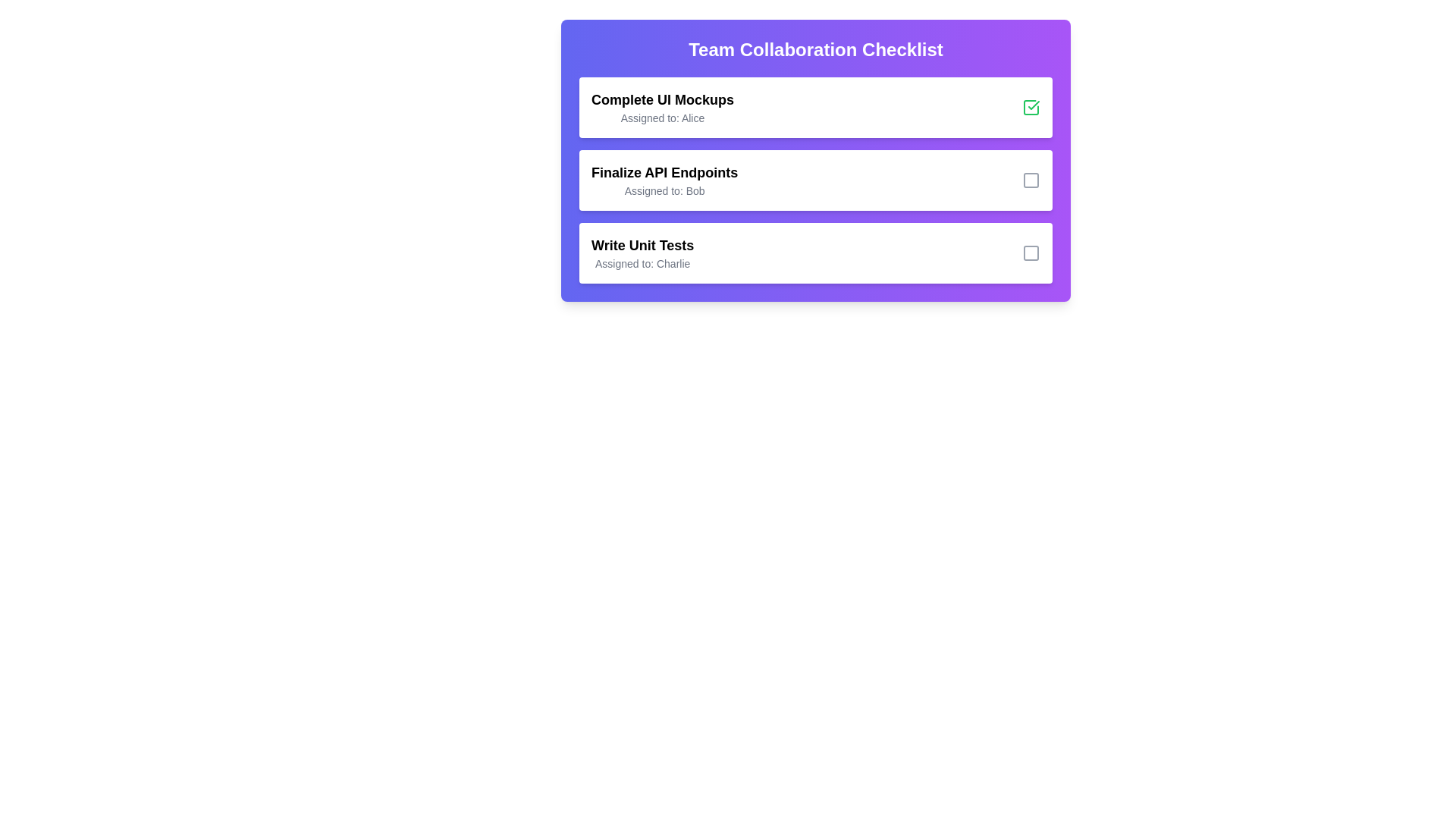 The width and height of the screenshot is (1456, 819). What do you see at coordinates (662, 117) in the screenshot?
I see `the Text Label displaying the assignee's name for the task in the checklist item below 'Complete UI Mockups'` at bounding box center [662, 117].